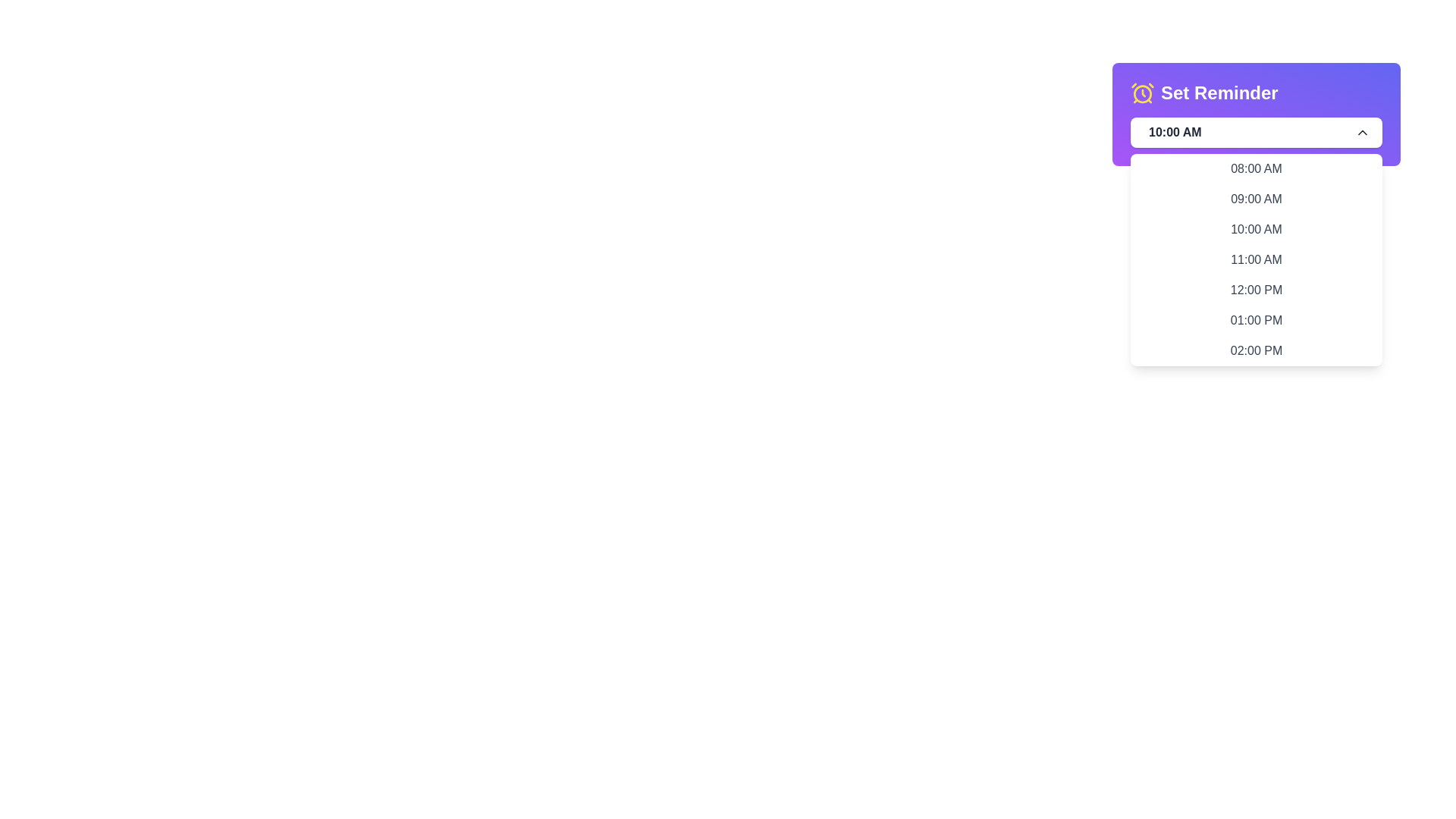 This screenshot has width=1456, height=819. Describe the element at coordinates (1203, 93) in the screenshot. I see `the 'Set Reminder' text label with the yellow alarm clock icon, which is located near the top-right corner of the interface and has a purple background` at that location.